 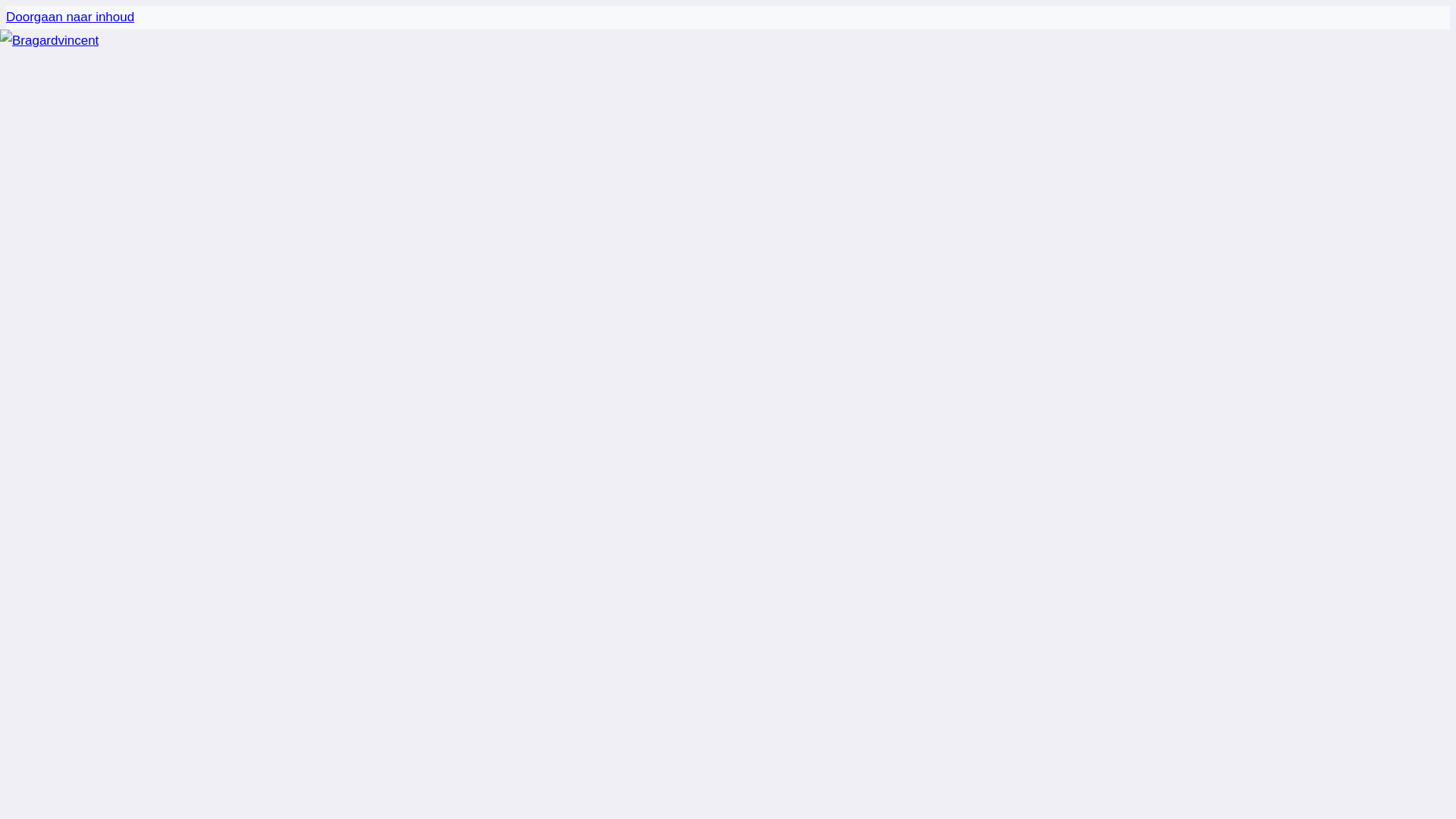 What do you see at coordinates (6, 17) in the screenshot?
I see `'Doorgaan naar inhoud'` at bounding box center [6, 17].